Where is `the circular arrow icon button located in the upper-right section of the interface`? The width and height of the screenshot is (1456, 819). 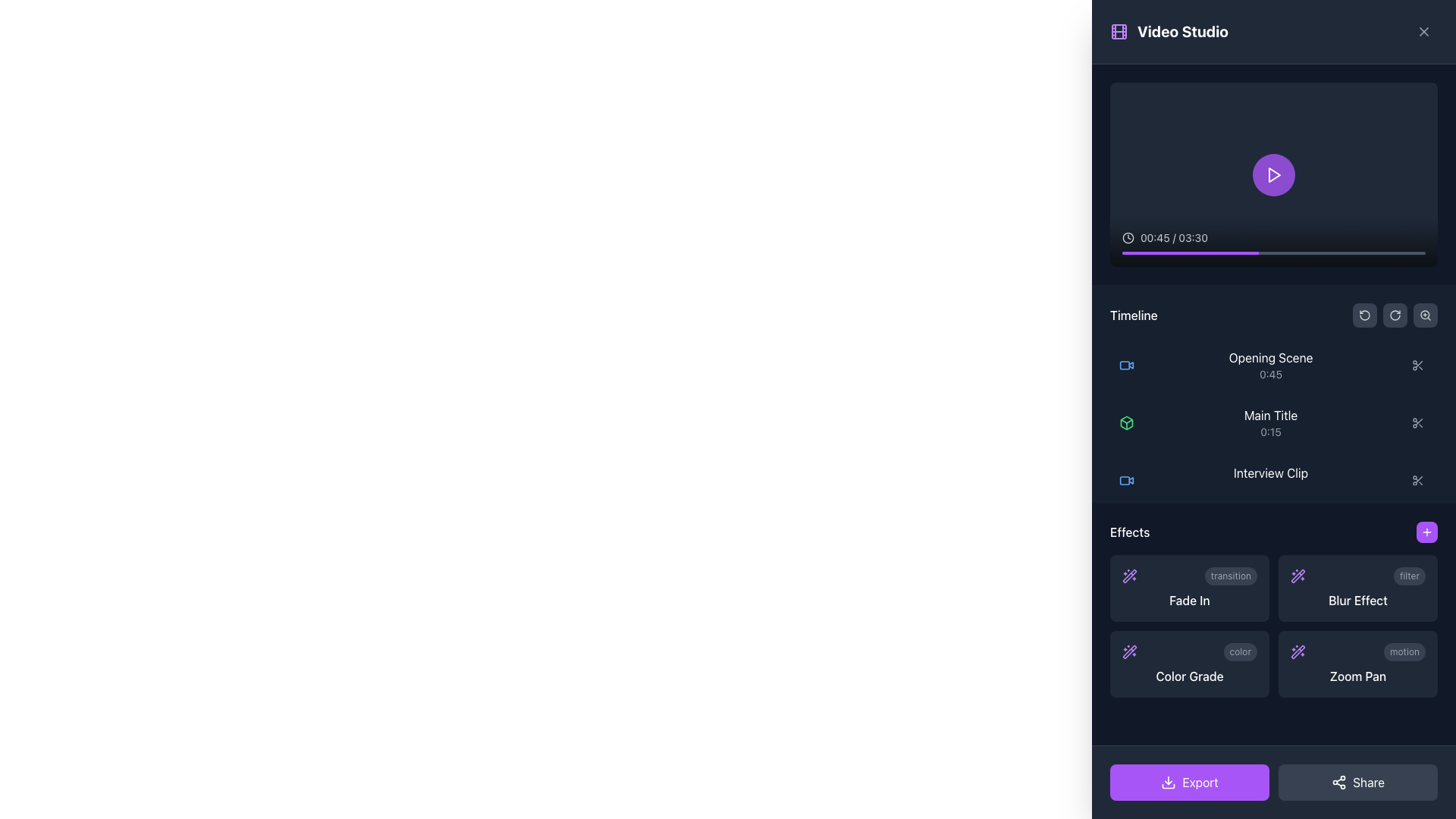
the circular arrow icon button located in the upper-right section of the interface is located at coordinates (1395, 315).